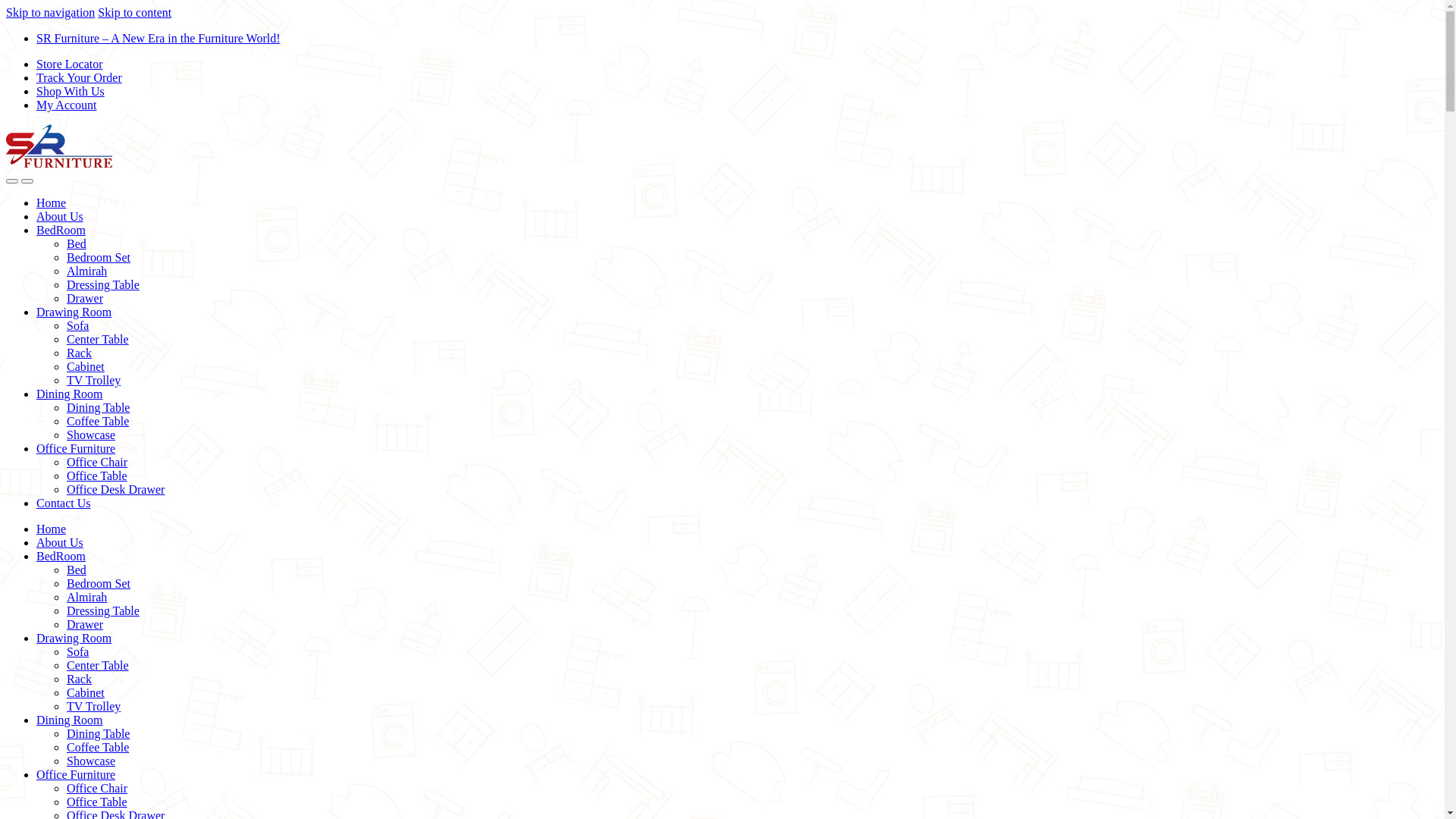 The height and width of the screenshot is (819, 1456). I want to click on 'Rack', so click(78, 353).